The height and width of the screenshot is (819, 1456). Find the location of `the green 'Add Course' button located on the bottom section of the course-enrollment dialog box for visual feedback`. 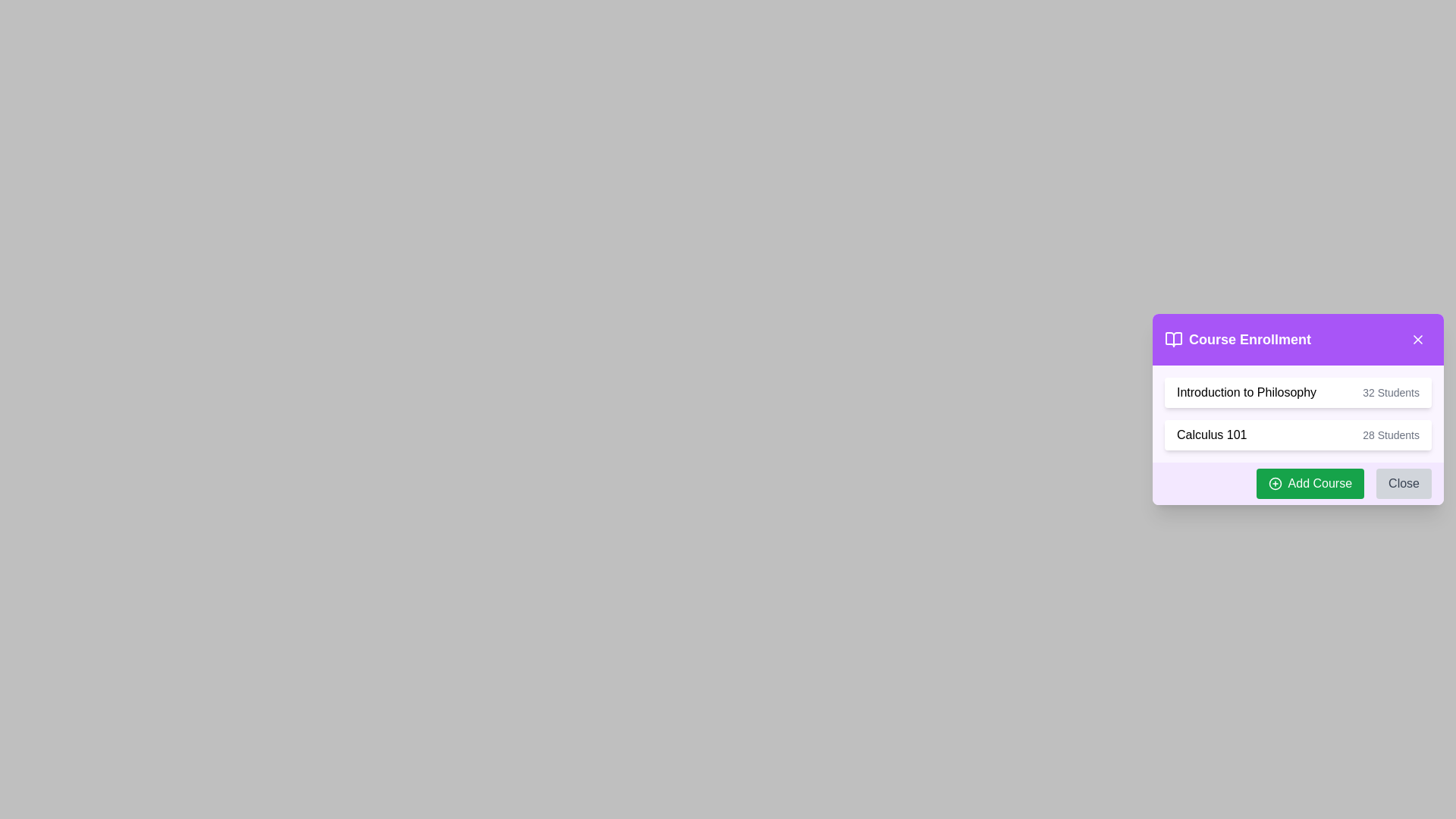

the green 'Add Course' button located on the bottom section of the course-enrollment dialog box for visual feedback is located at coordinates (1298, 483).